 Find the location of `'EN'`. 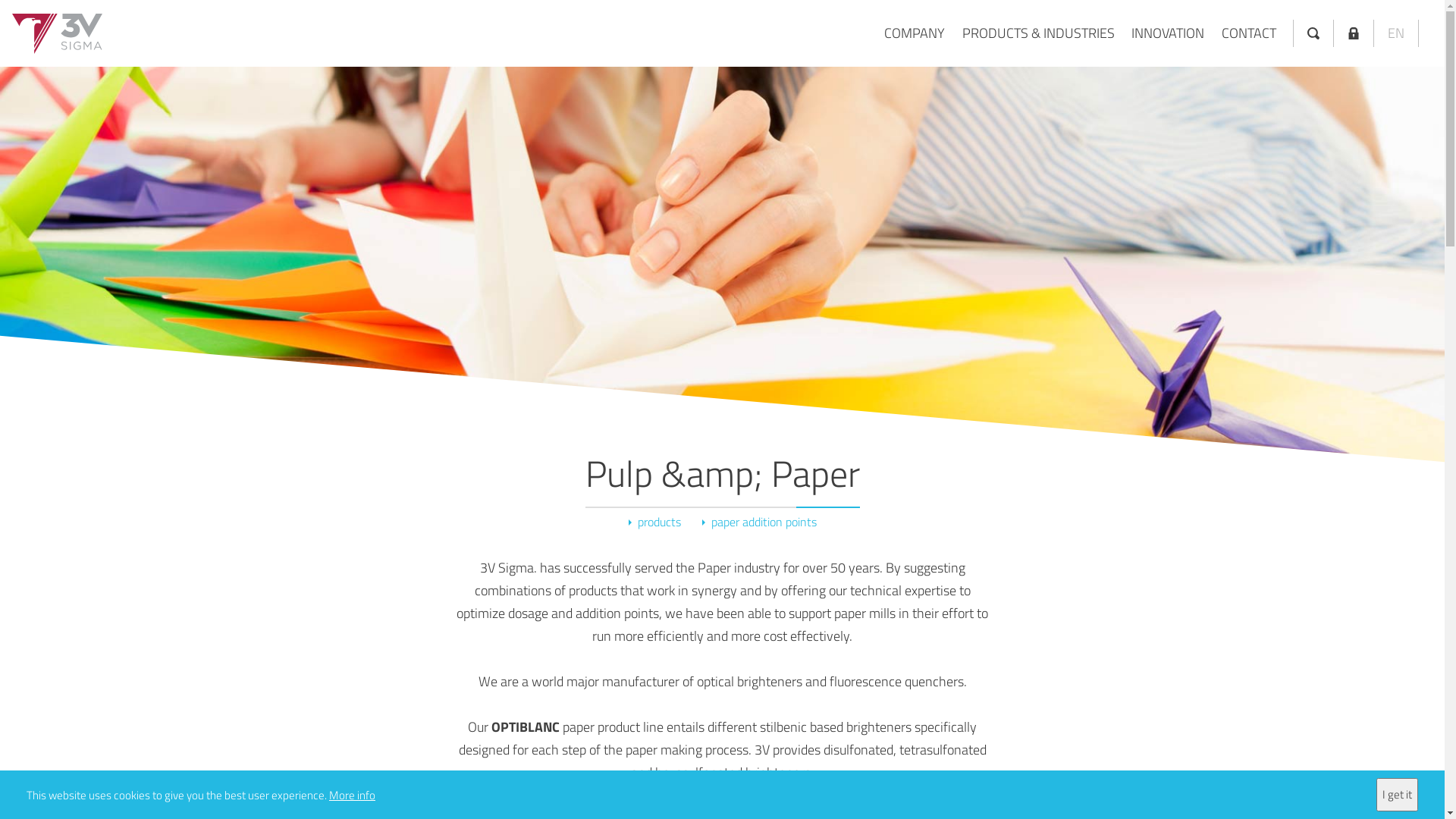

'EN' is located at coordinates (1395, 33).